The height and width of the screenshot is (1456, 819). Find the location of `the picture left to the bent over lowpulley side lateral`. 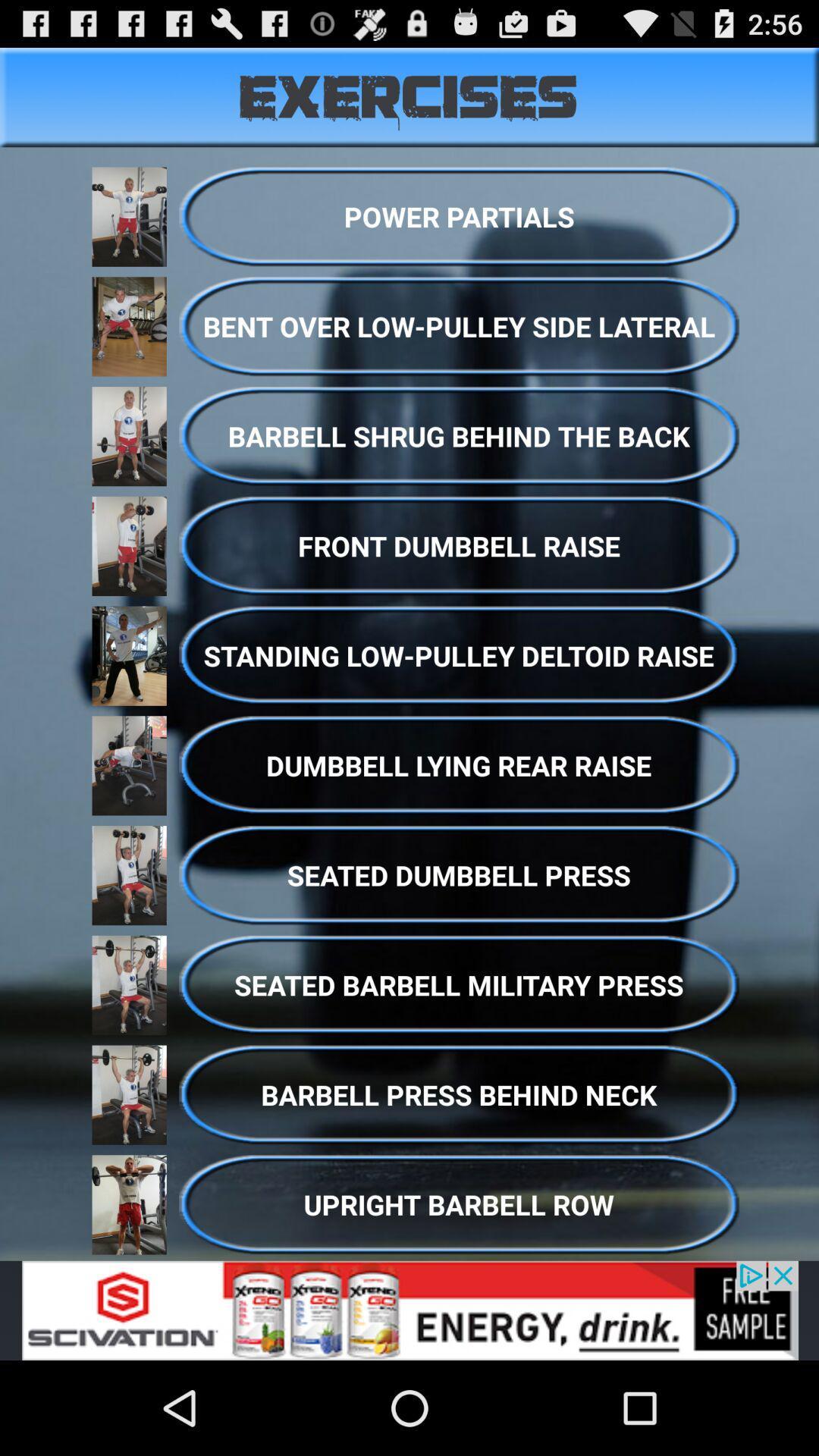

the picture left to the bent over lowpulley side lateral is located at coordinates (128, 326).